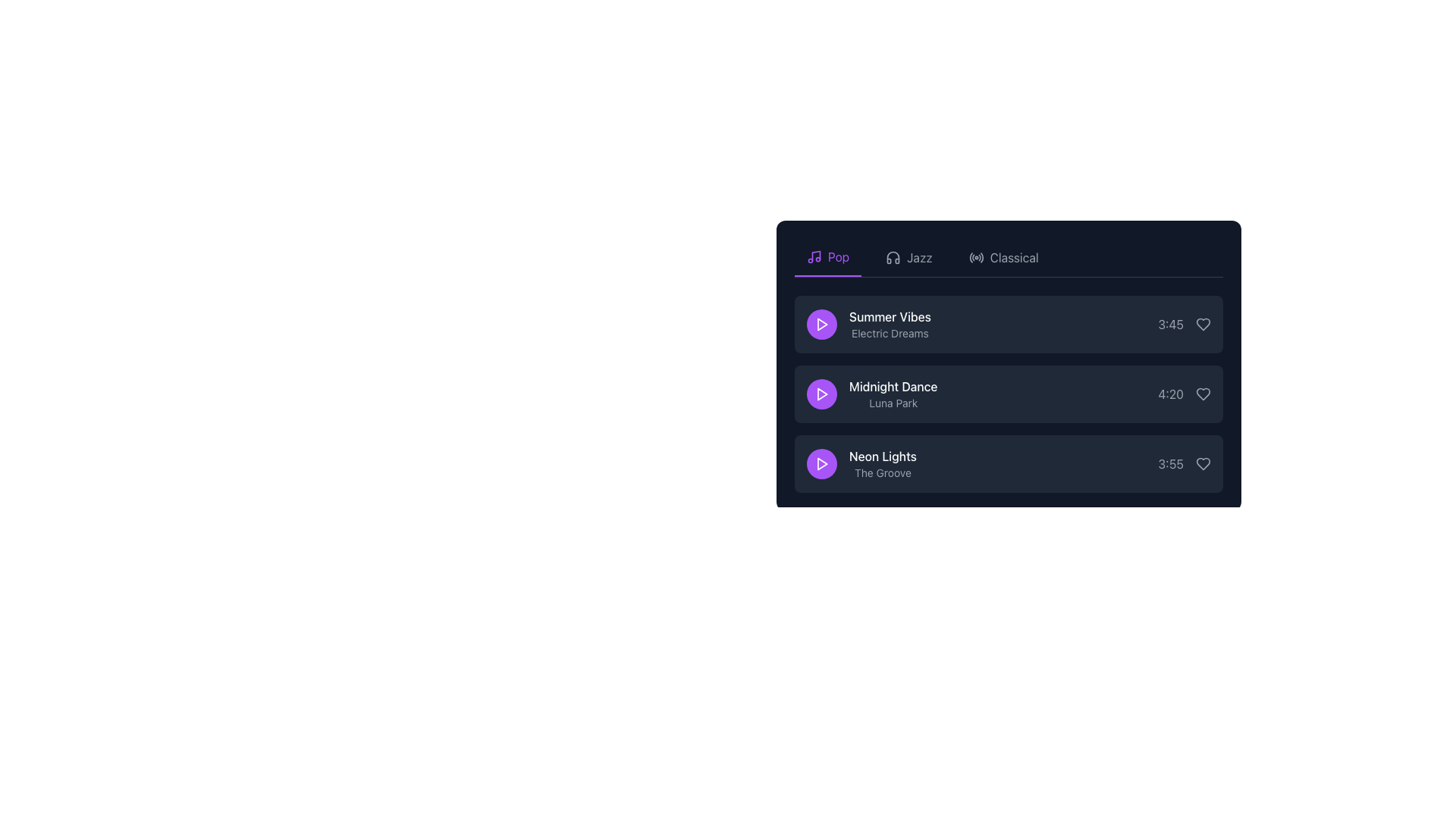  I want to click on the static text label displaying additional information about the music track 'Summer Vibes', located below the track title in the music track list, so click(890, 332).